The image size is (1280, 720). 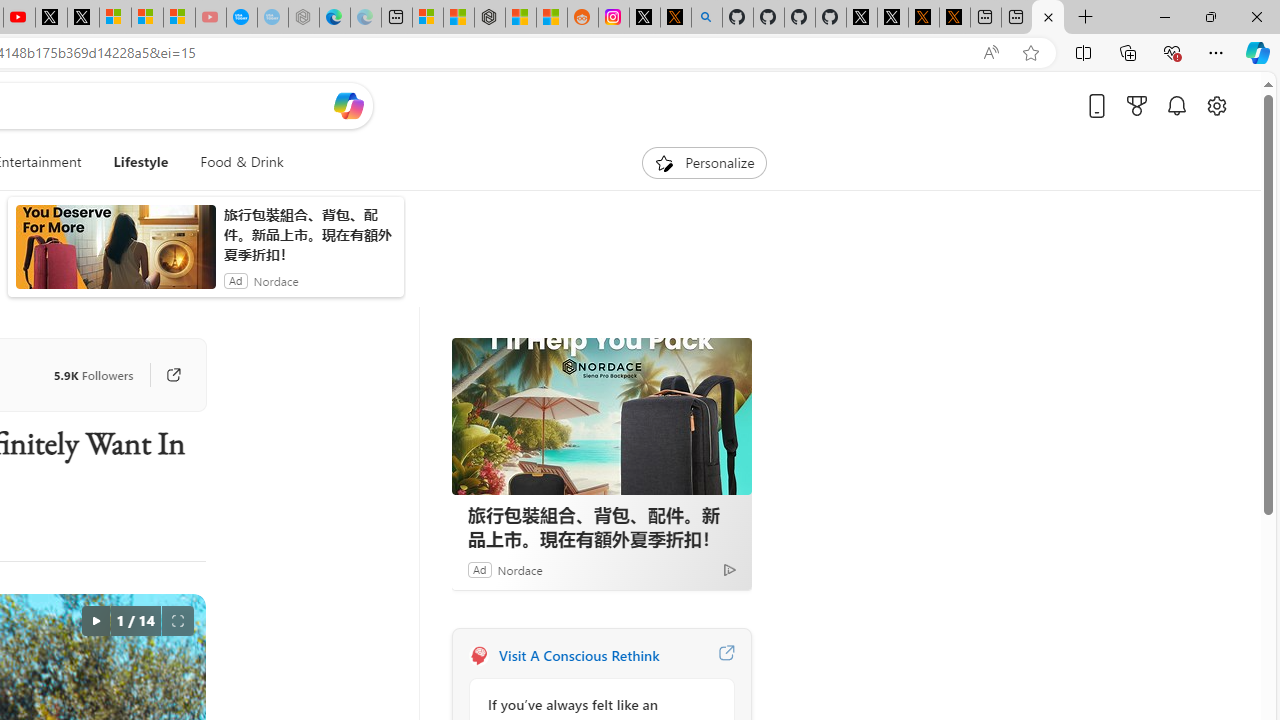 What do you see at coordinates (272, 17) in the screenshot?
I see `'Nordace - Nordace has arrived Hong Kong - Sleeping'` at bounding box center [272, 17].